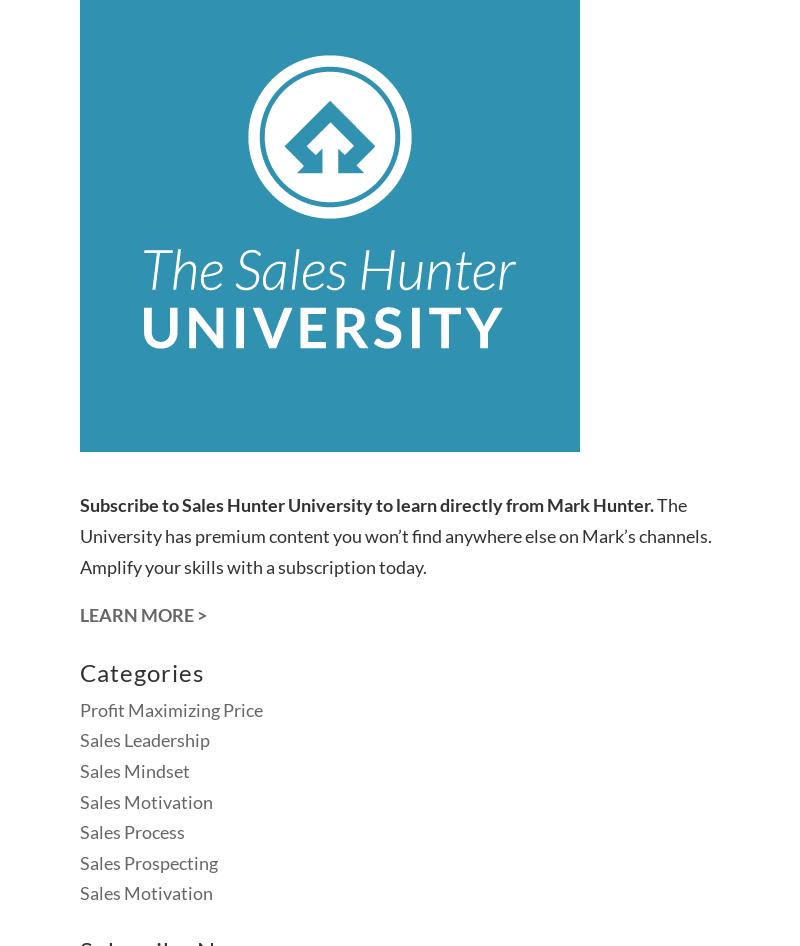  Describe the element at coordinates (131, 832) in the screenshot. I see `'Sales Process'` at that location.